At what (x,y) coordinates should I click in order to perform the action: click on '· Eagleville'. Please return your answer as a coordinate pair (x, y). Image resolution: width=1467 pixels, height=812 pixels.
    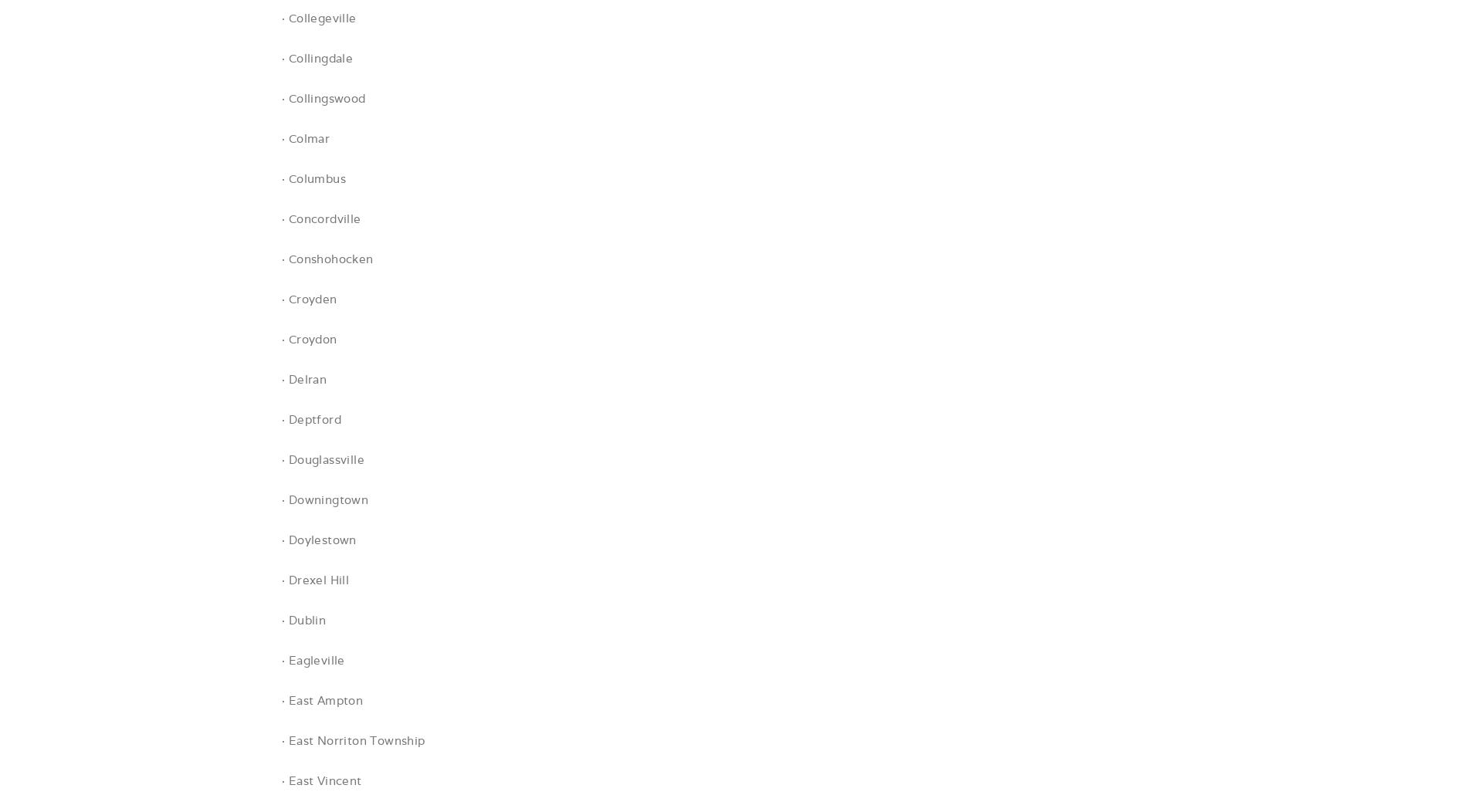
    Looking at the image, I should click on (312, 659).